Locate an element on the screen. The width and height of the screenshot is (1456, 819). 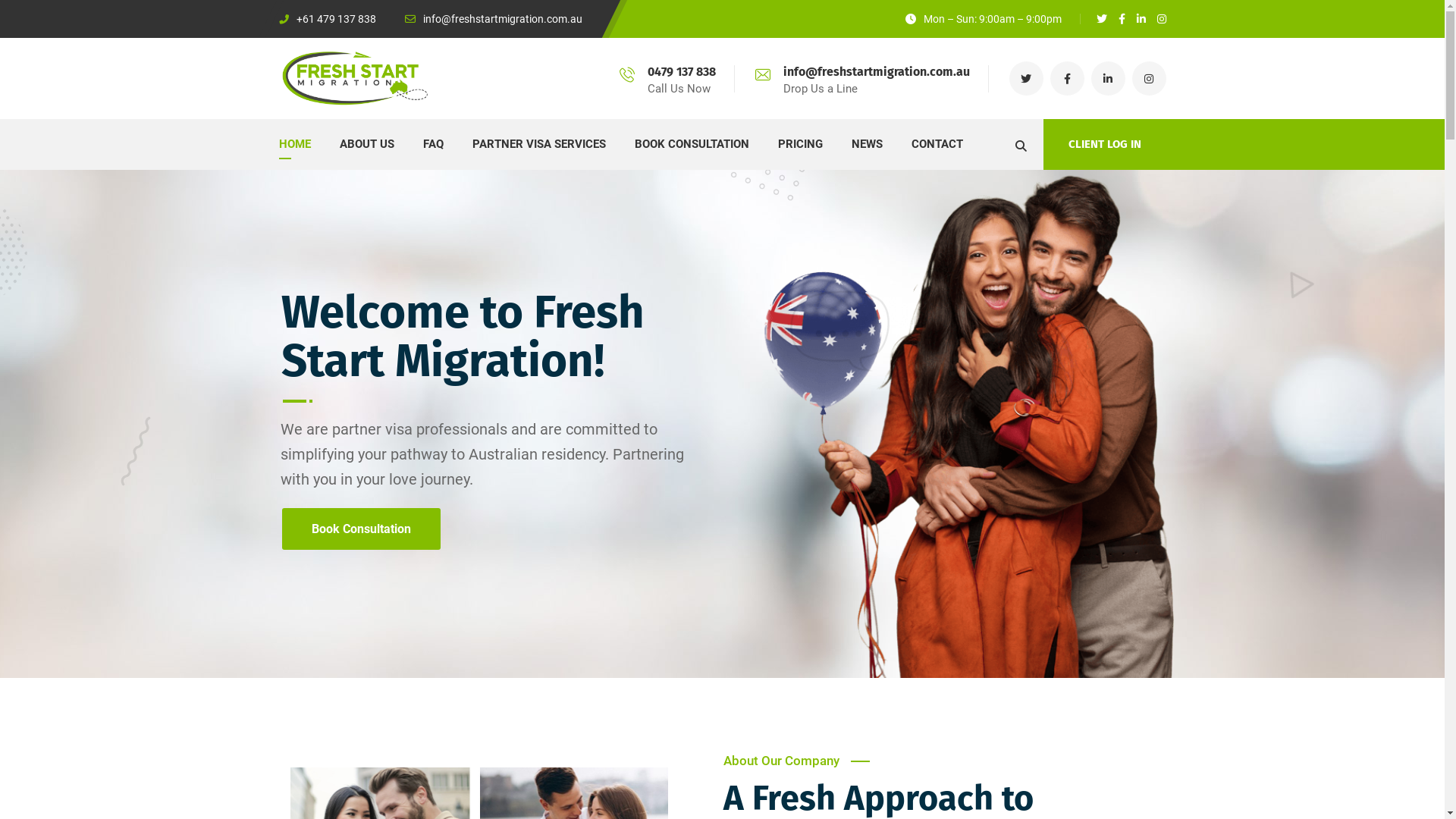
'Book Consultation' is located at coordinates (360, 528).